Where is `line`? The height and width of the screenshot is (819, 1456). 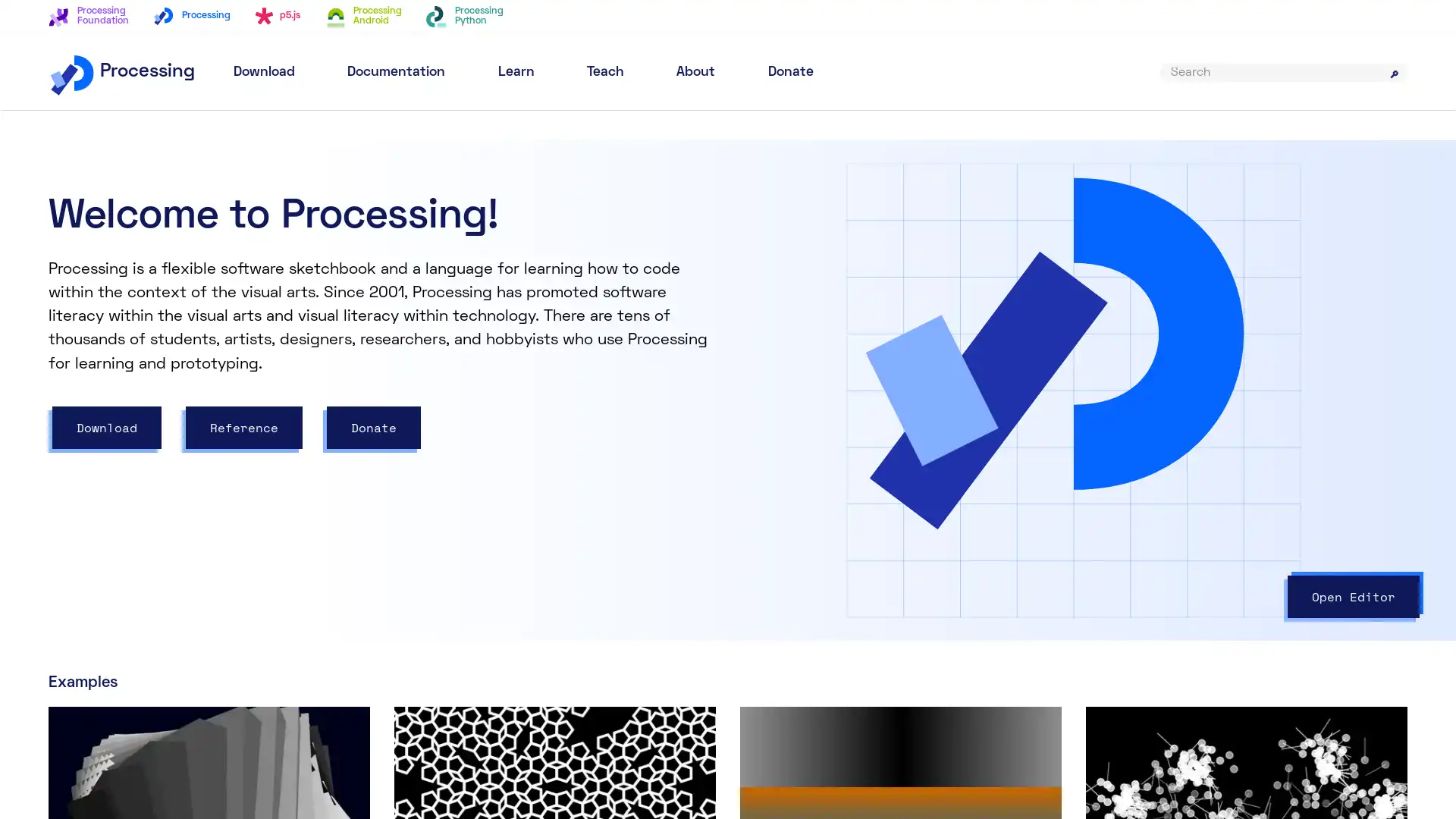 line is located at coordinates (786, 467).